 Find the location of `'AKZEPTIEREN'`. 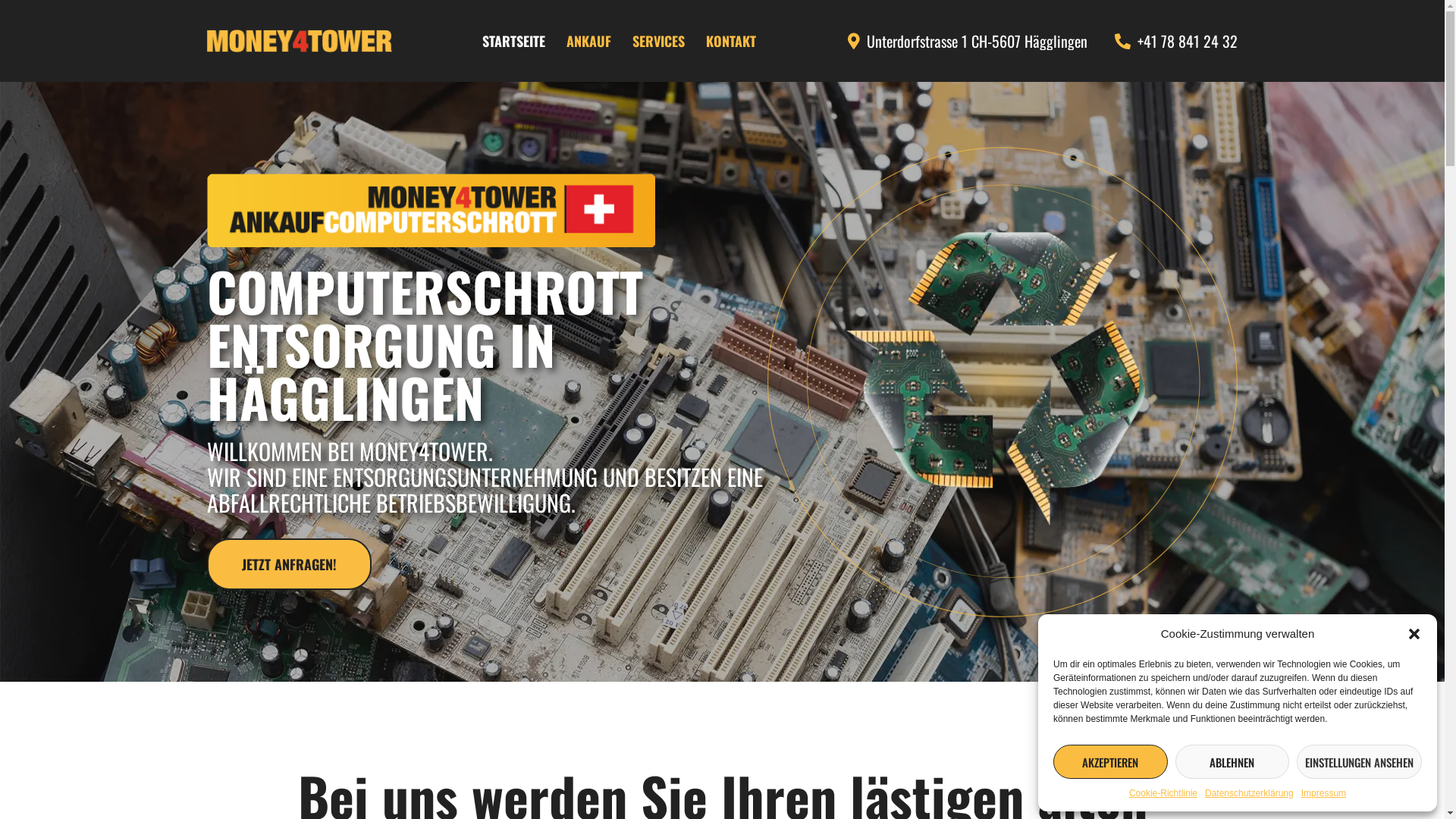

'AKZEPTIEREN' is located at coordinates (1110, 761).